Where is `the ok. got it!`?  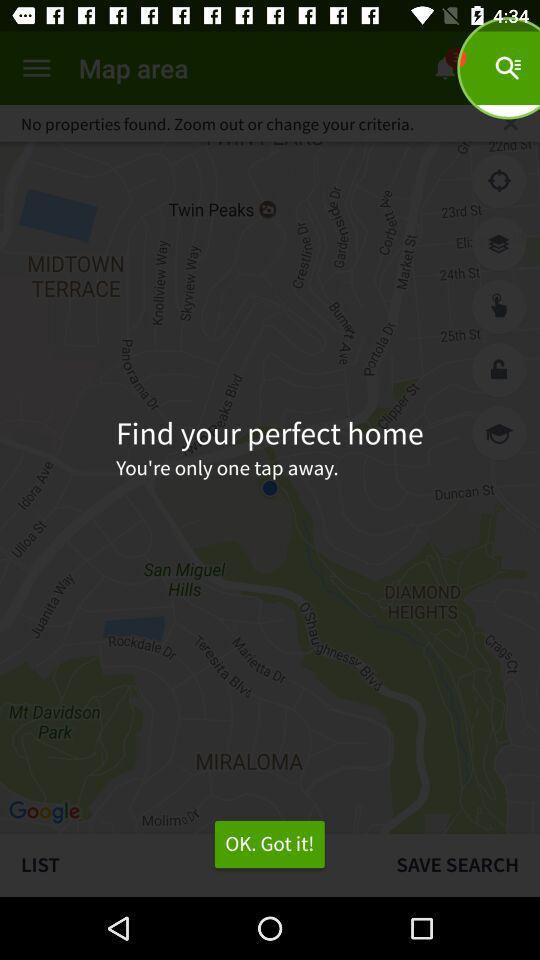 the ok. got it! is located at coordinates (269, 843).